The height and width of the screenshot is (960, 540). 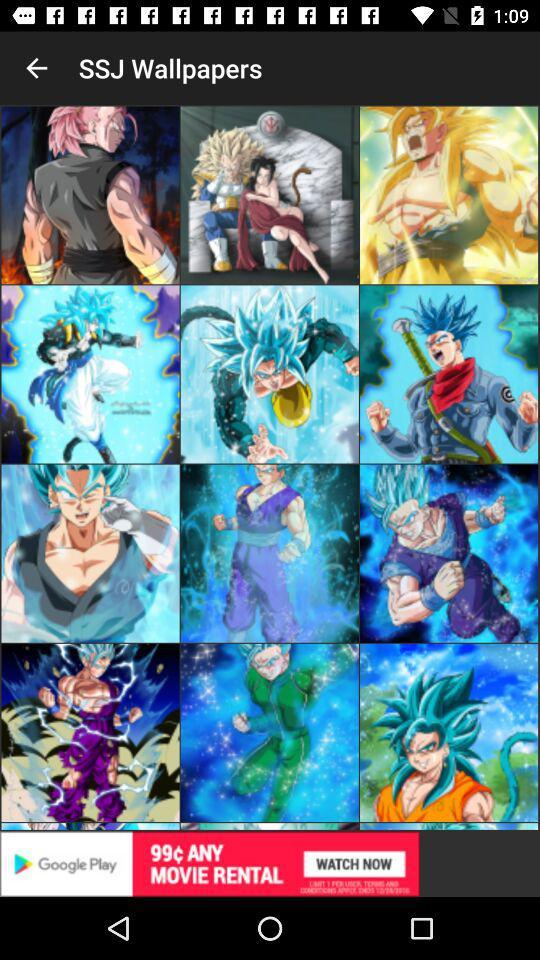 I want to click on the middle second image from bottom of page, so click(x=270, y=554).